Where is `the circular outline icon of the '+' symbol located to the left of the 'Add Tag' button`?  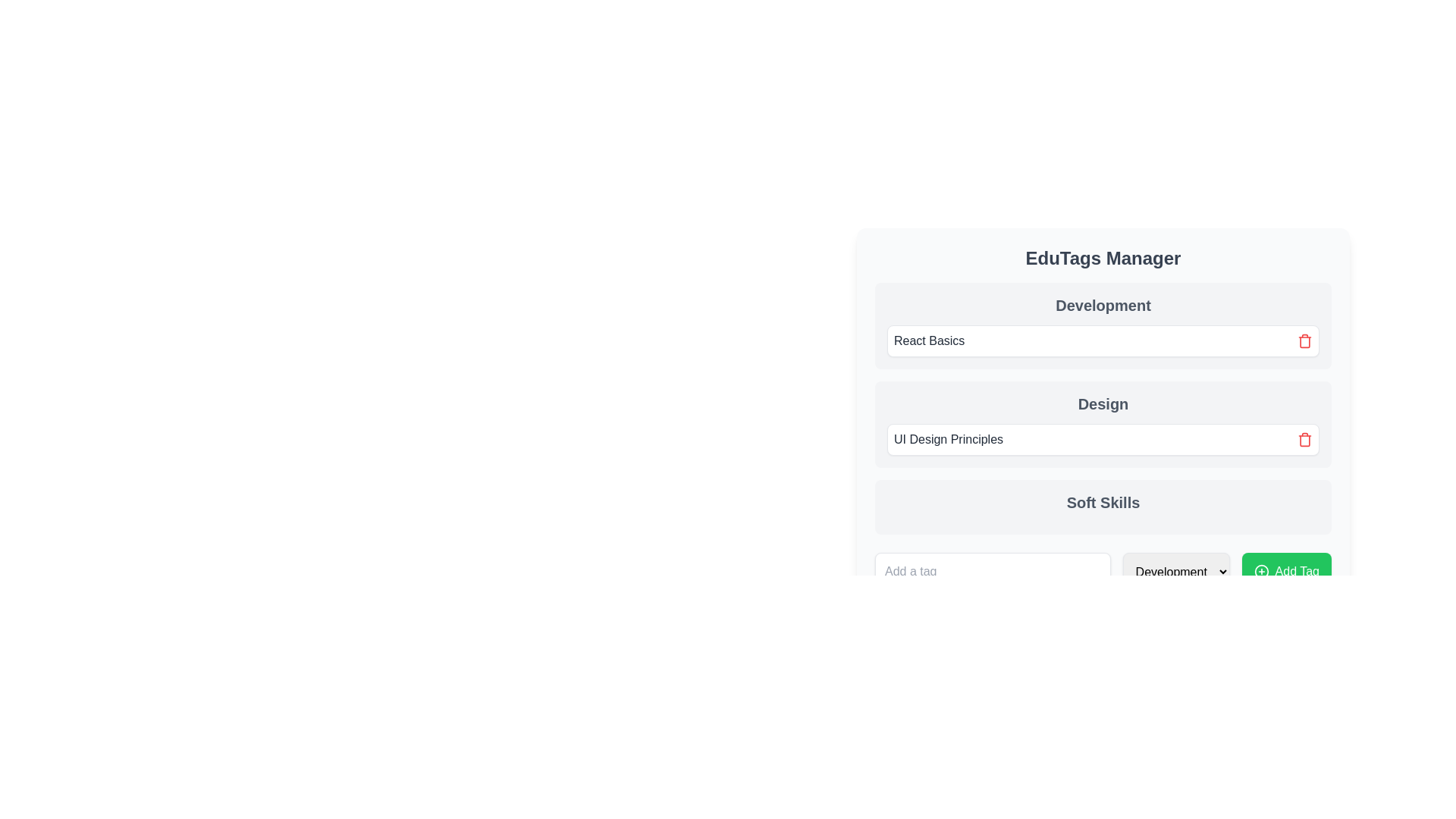 the circular outline icon of the '+' symbol located to the left of the 'Add Tag' button is located at coordinates (1261, 571).